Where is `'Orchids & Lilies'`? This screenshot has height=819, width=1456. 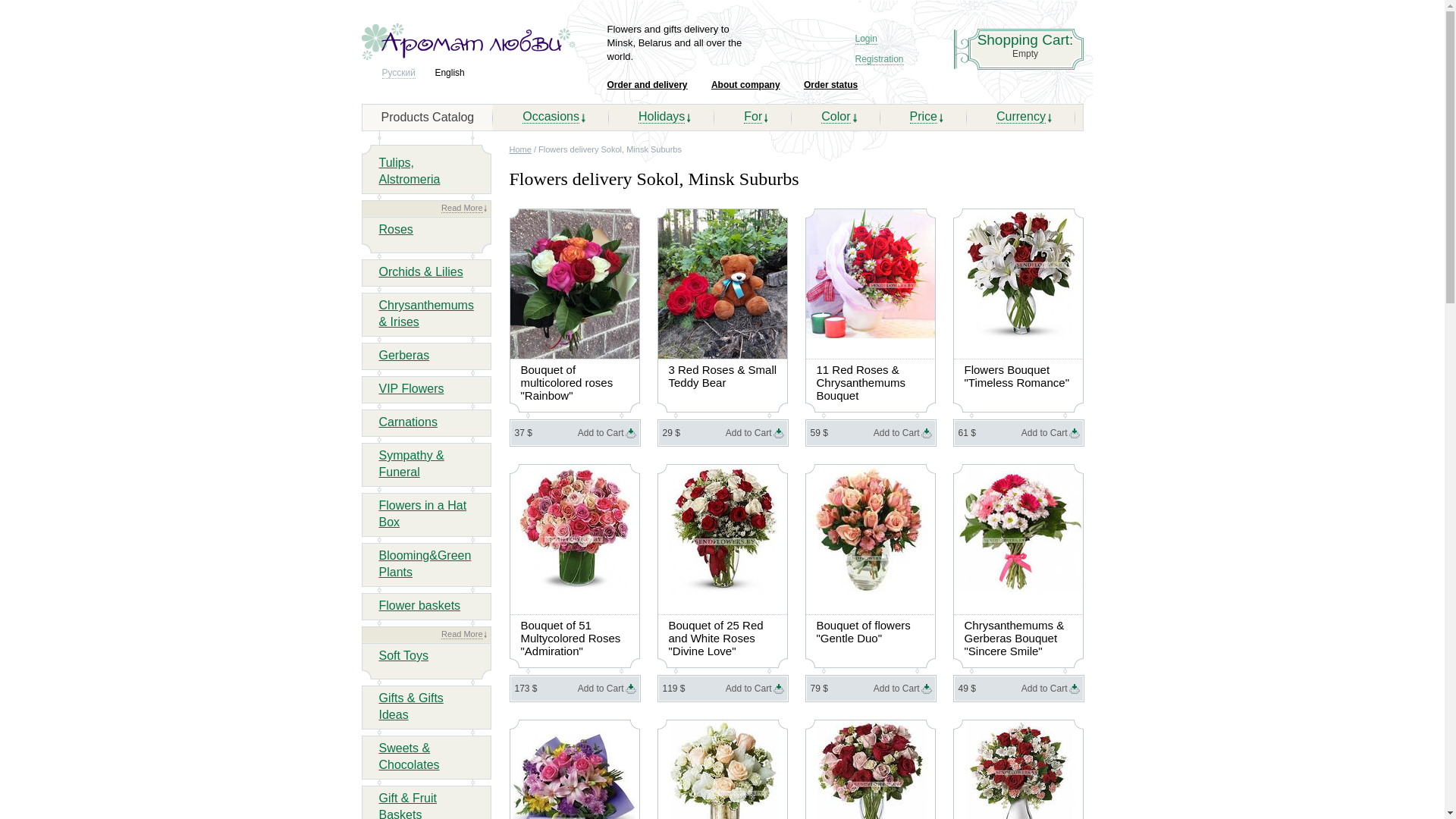 'Orchids & Lilies' is located at coordinates (421, 271).